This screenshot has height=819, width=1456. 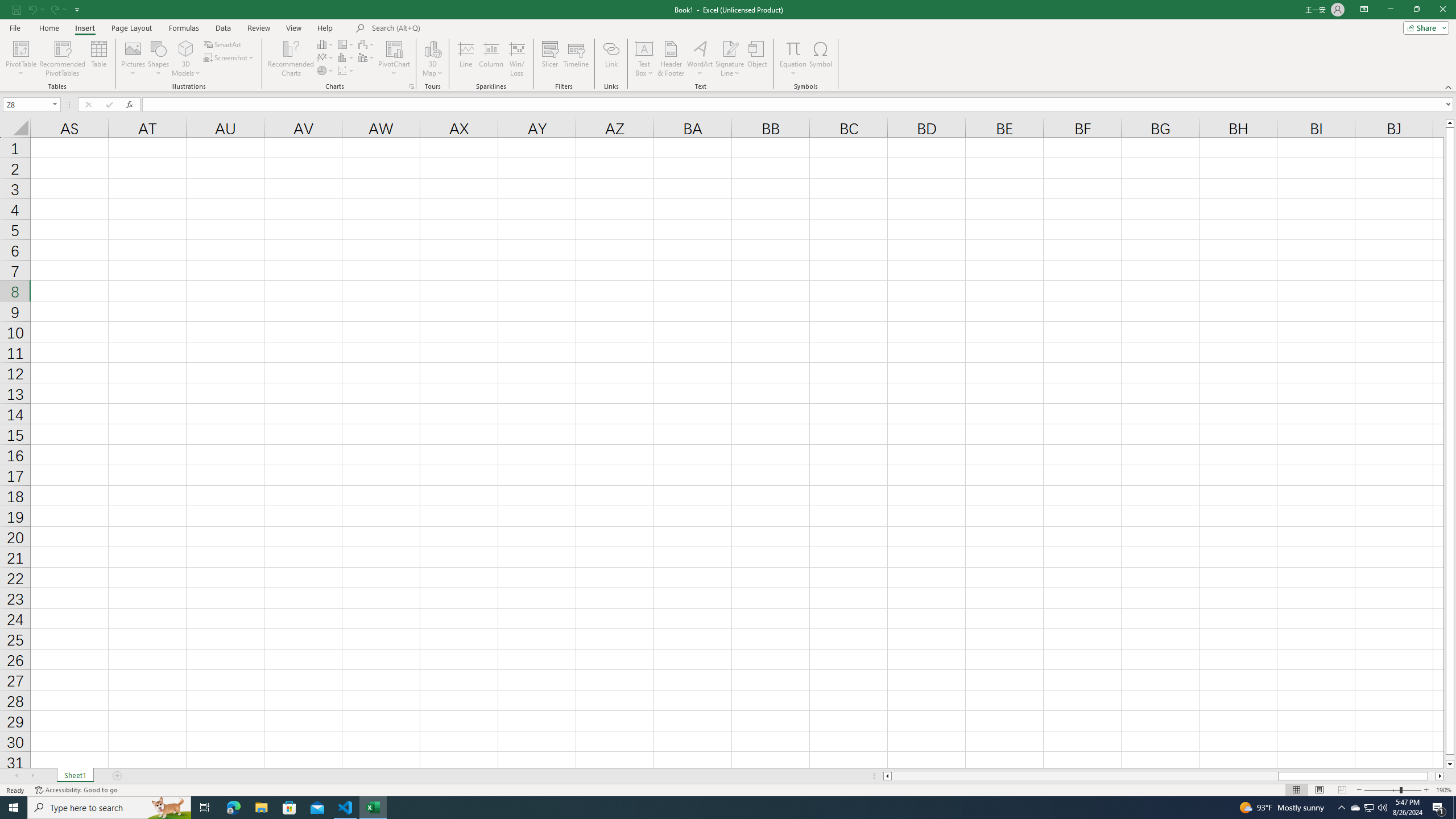 I want to click on 'Recommended PivotTables', so click(x=63, y=59).